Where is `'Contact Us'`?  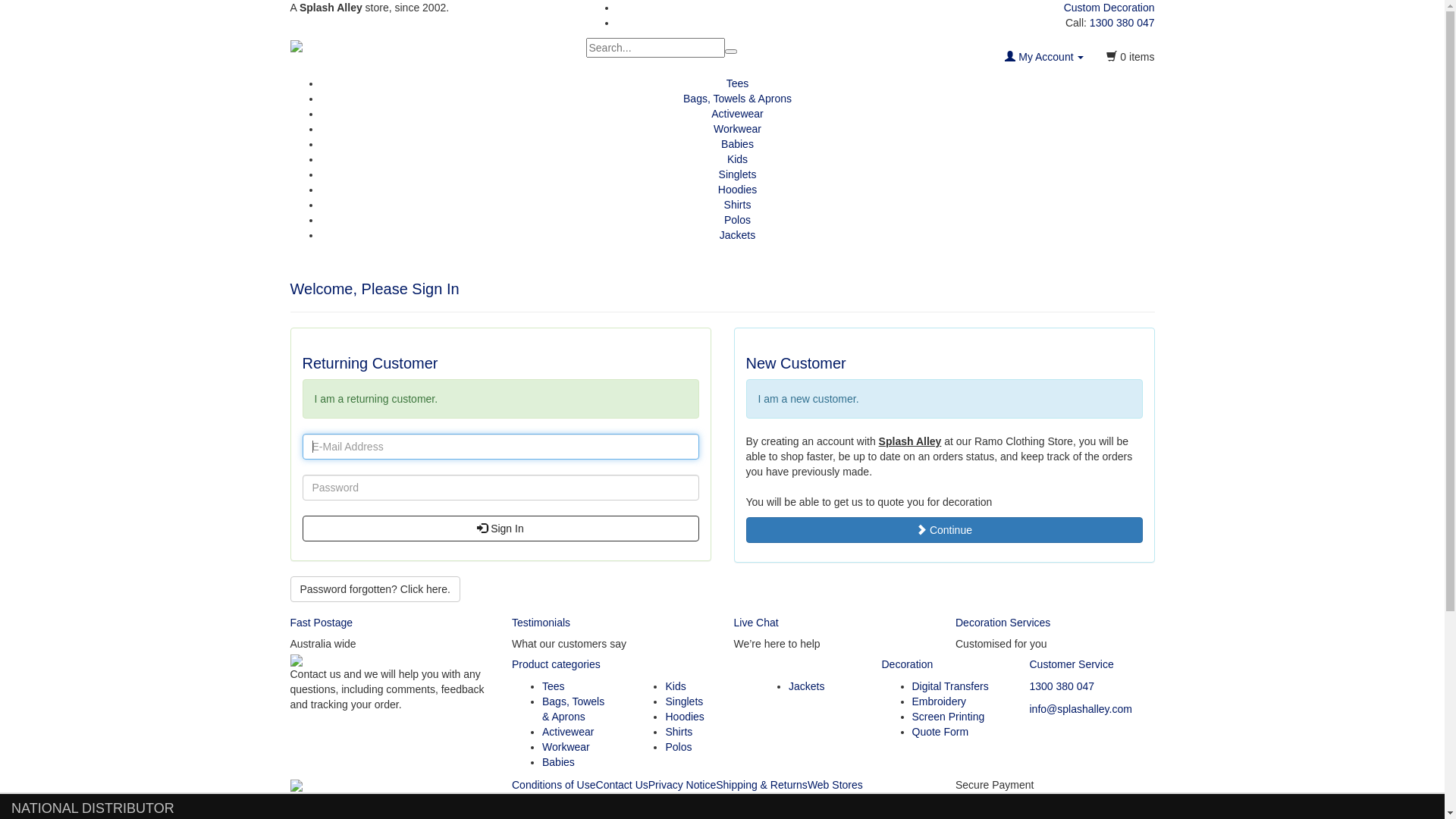
'Contact Us' is located at coordinates (622, 784).